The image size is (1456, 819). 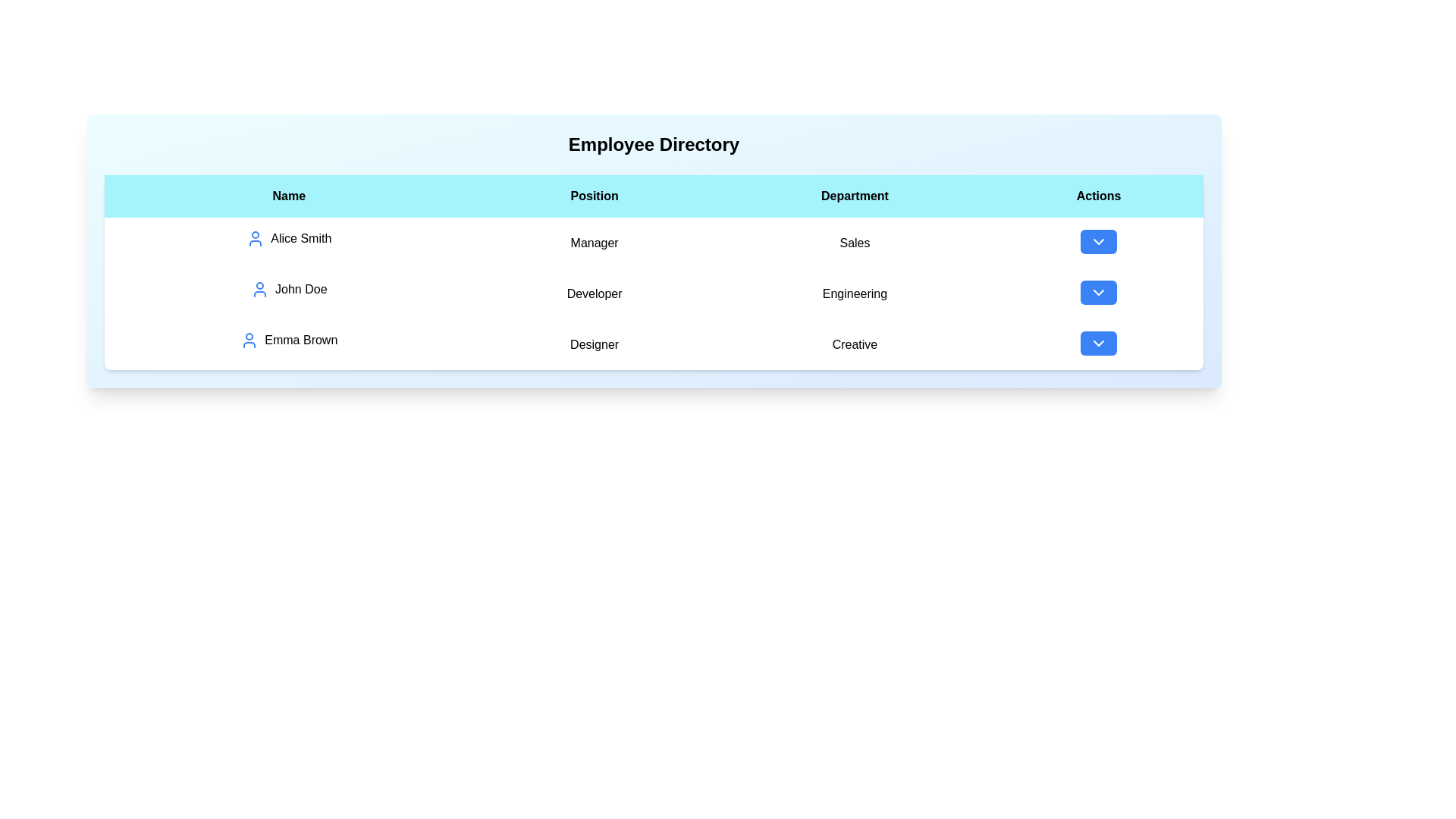 I want to click on the user avatar icon depicted as a circular head above an arc representing shoulders with blue color, located to the left of the text 'John Doe' in the employee directory table, so click(x=260, y=289).